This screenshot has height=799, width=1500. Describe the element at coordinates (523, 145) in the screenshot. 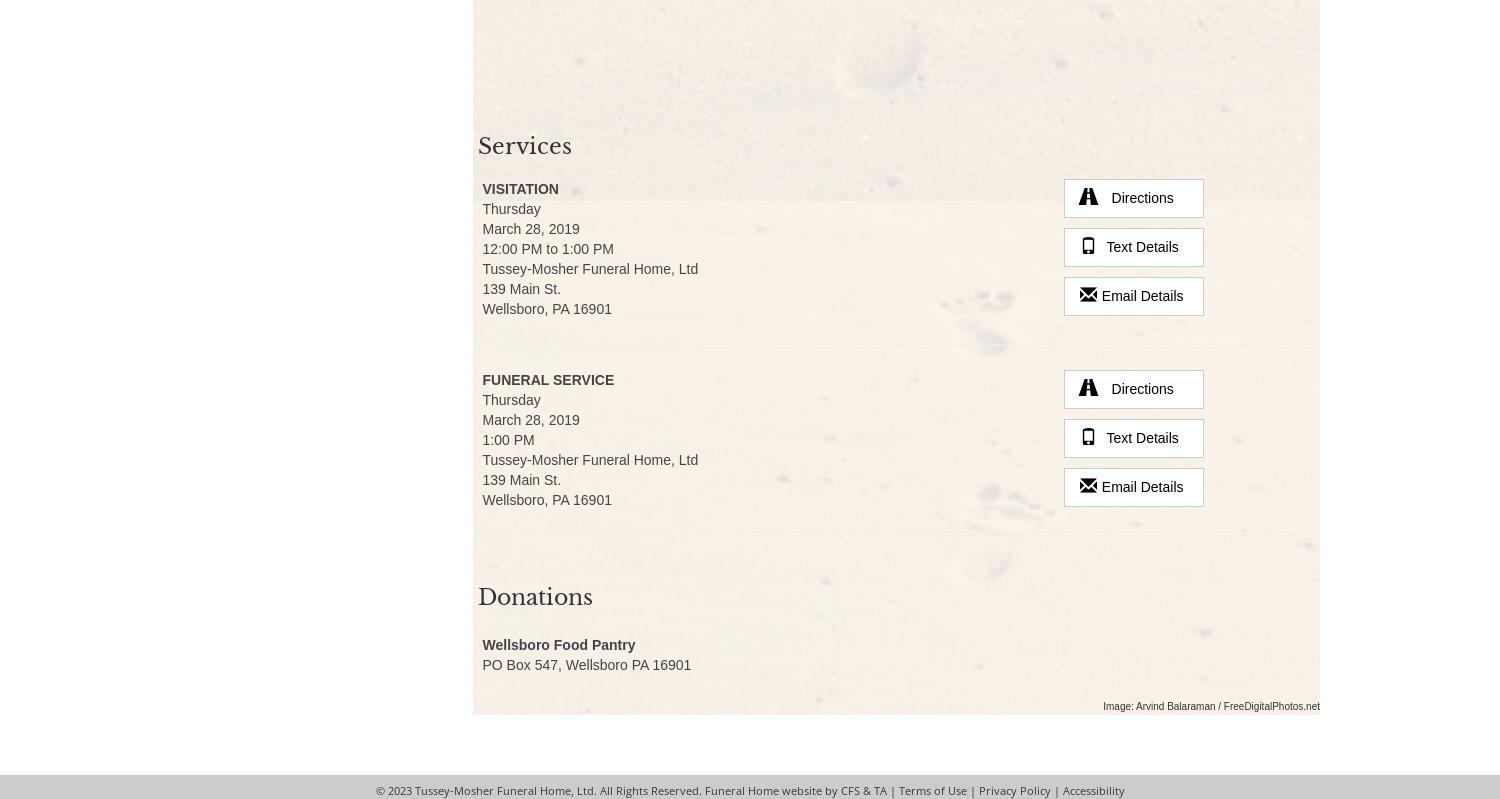

I see `'Services'` at that location.